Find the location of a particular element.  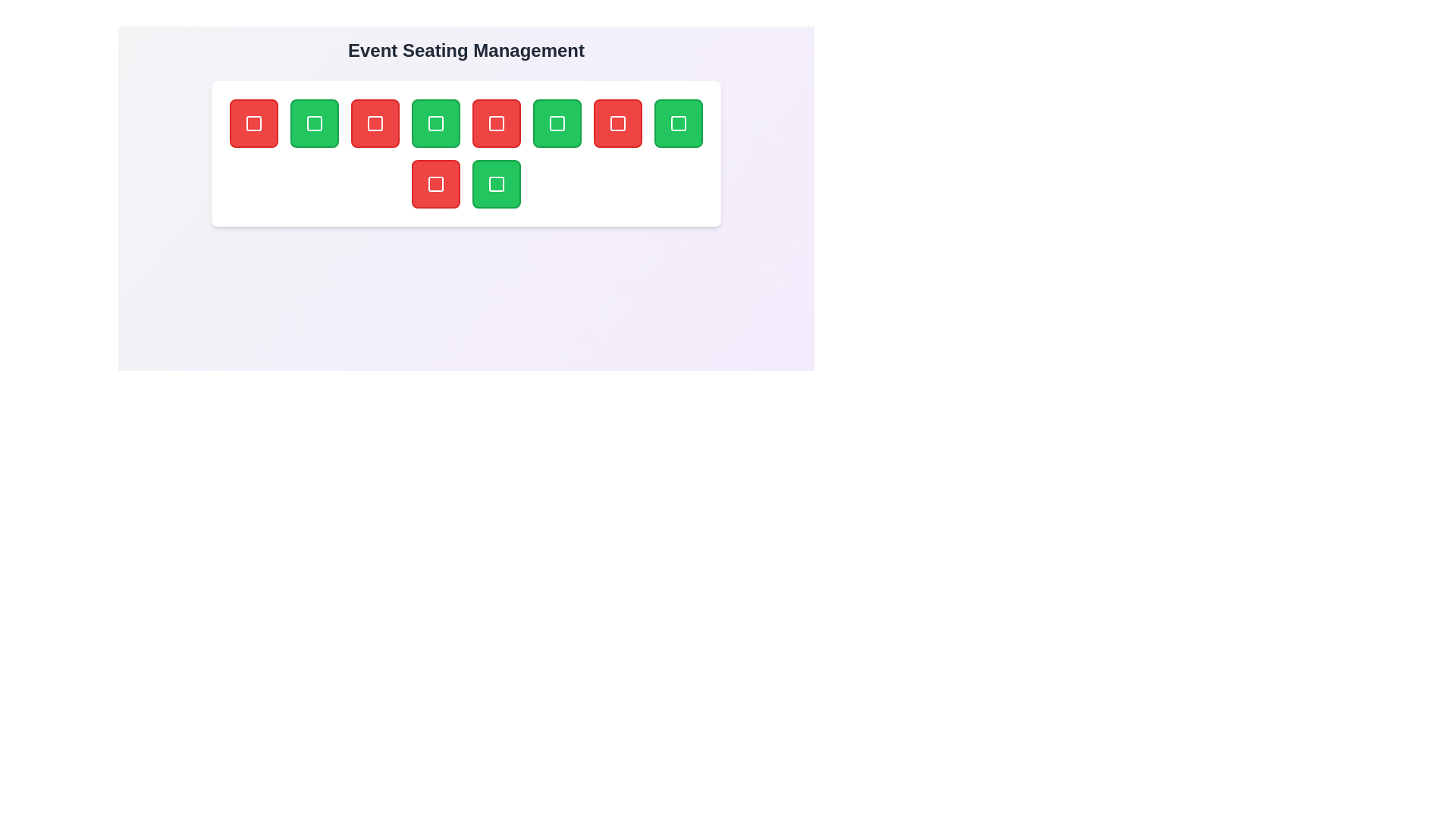

the state represented by the small square with rounded corners located within the green background square in the fourth position of the top row of the grid layout is located at coordinates (435, 122).